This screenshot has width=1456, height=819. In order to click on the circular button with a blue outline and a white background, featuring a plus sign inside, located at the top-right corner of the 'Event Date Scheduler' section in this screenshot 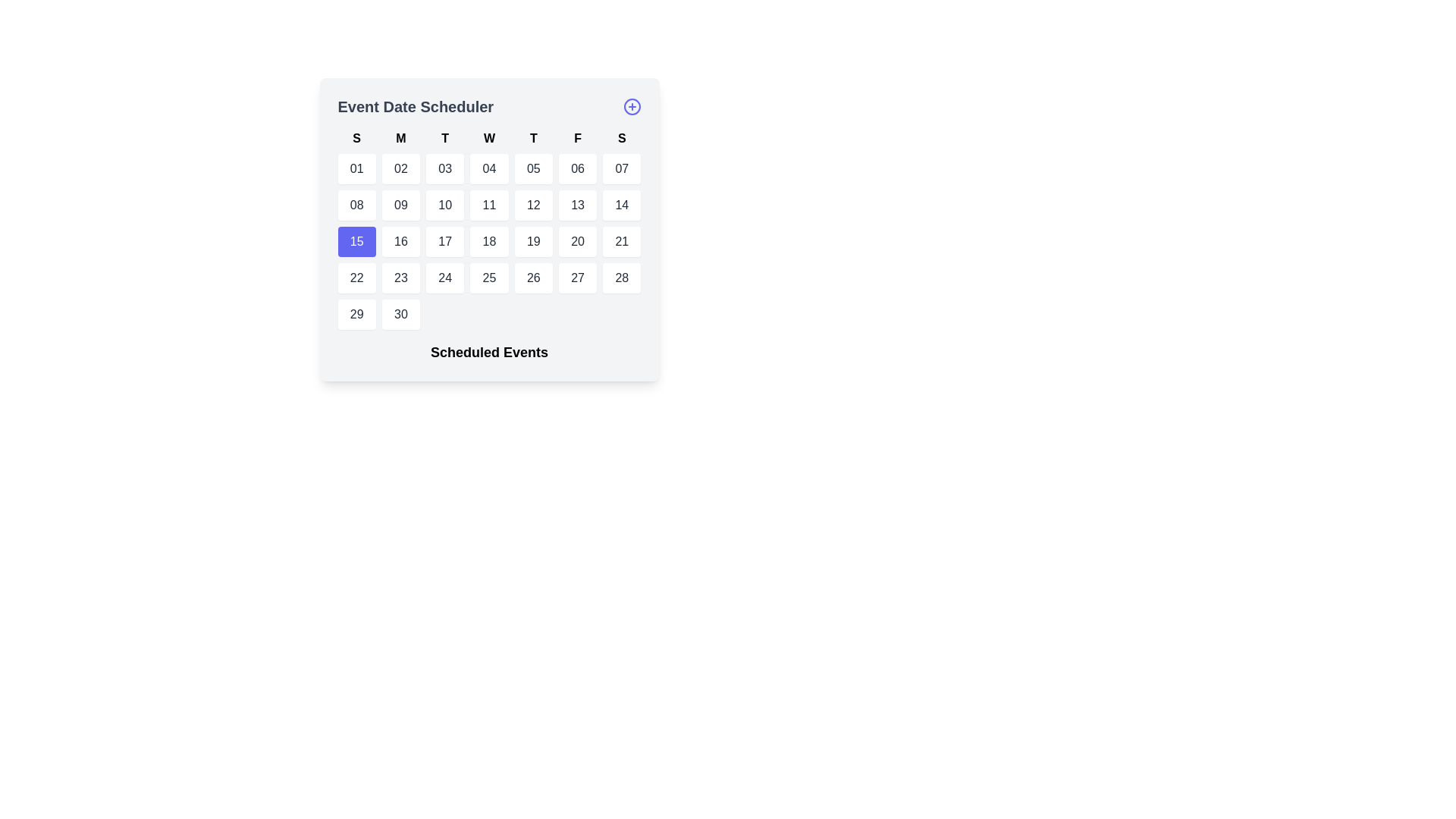, I will do `click(632, 106)`.